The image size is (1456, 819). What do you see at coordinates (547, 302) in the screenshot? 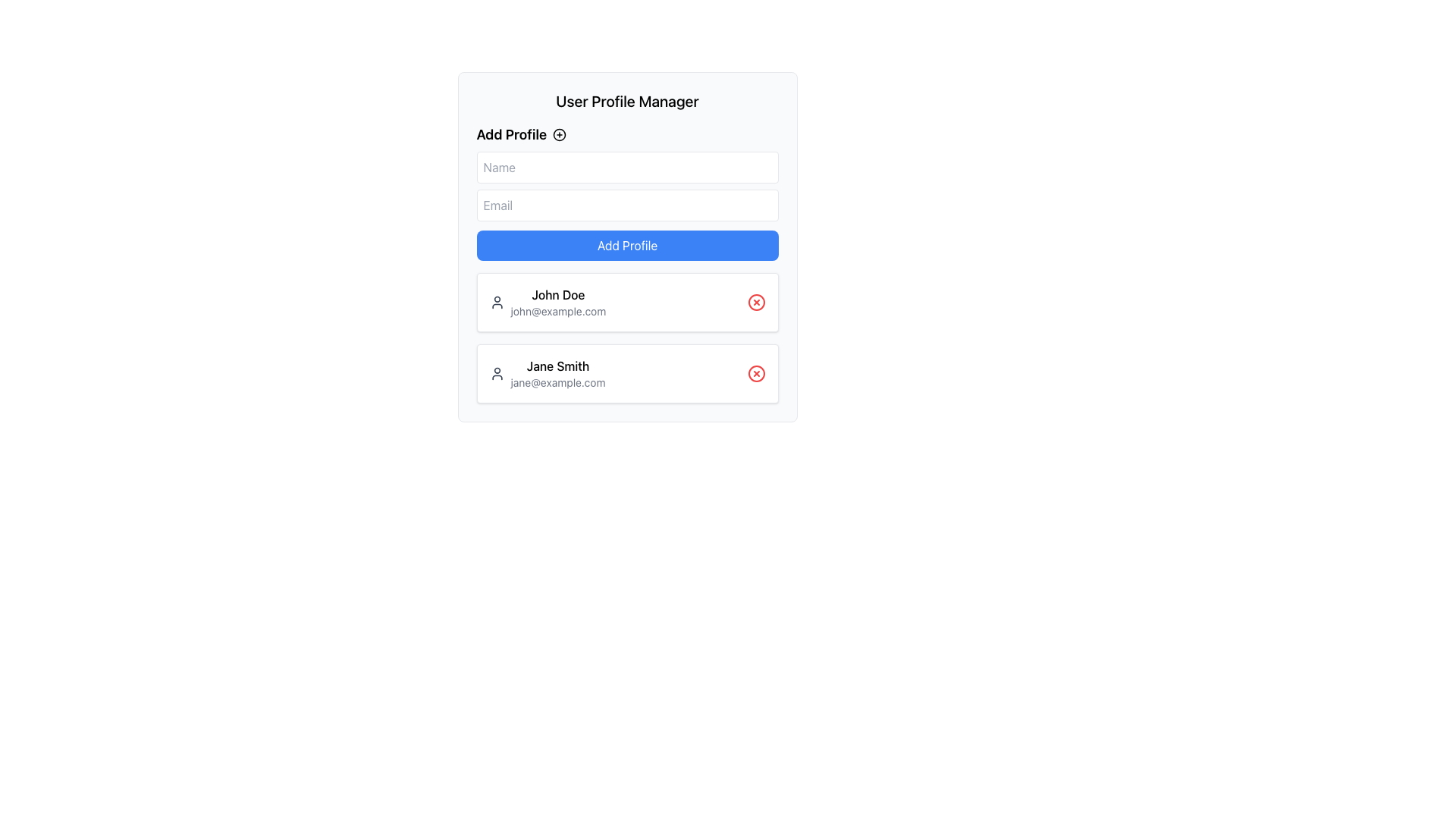
I see `the name of the first user entry in the 'User Profile Manager' section for additional options` at bounding box center [547, 302].